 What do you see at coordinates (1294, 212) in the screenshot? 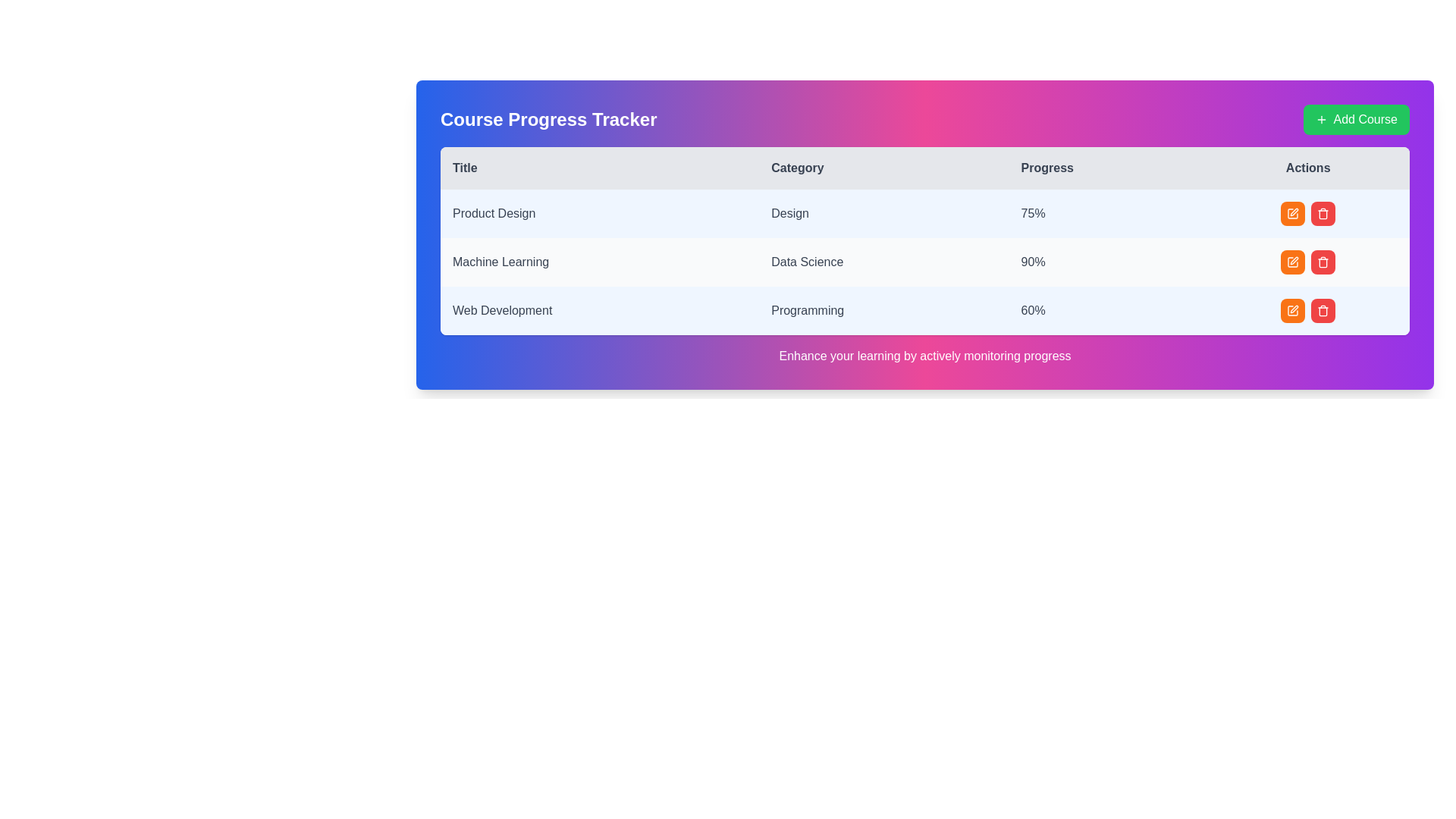
I see `the icon-based button in the 'Actions' column of the second row for the 'Machine Learning' course entry` at bounding box center [1294, 212].